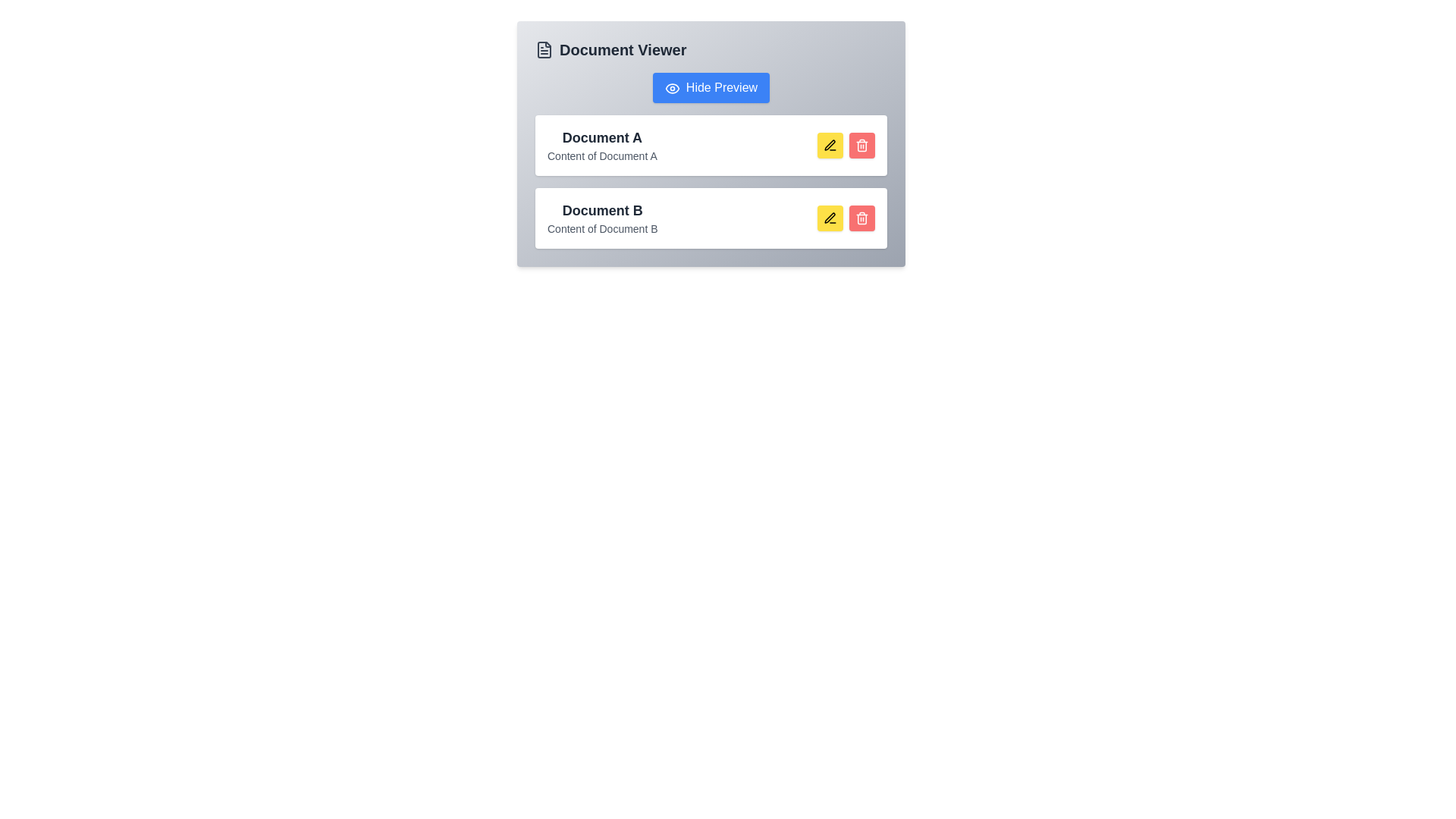 Image resolution: width=1456 pixels, height=819 pixels. What do you see at coordinates (710, 87) in the screenshot?
I see `the toggle visibility button located at the top of the document viewer interface to observe potential visual effects` at bounding box center [710, 87].